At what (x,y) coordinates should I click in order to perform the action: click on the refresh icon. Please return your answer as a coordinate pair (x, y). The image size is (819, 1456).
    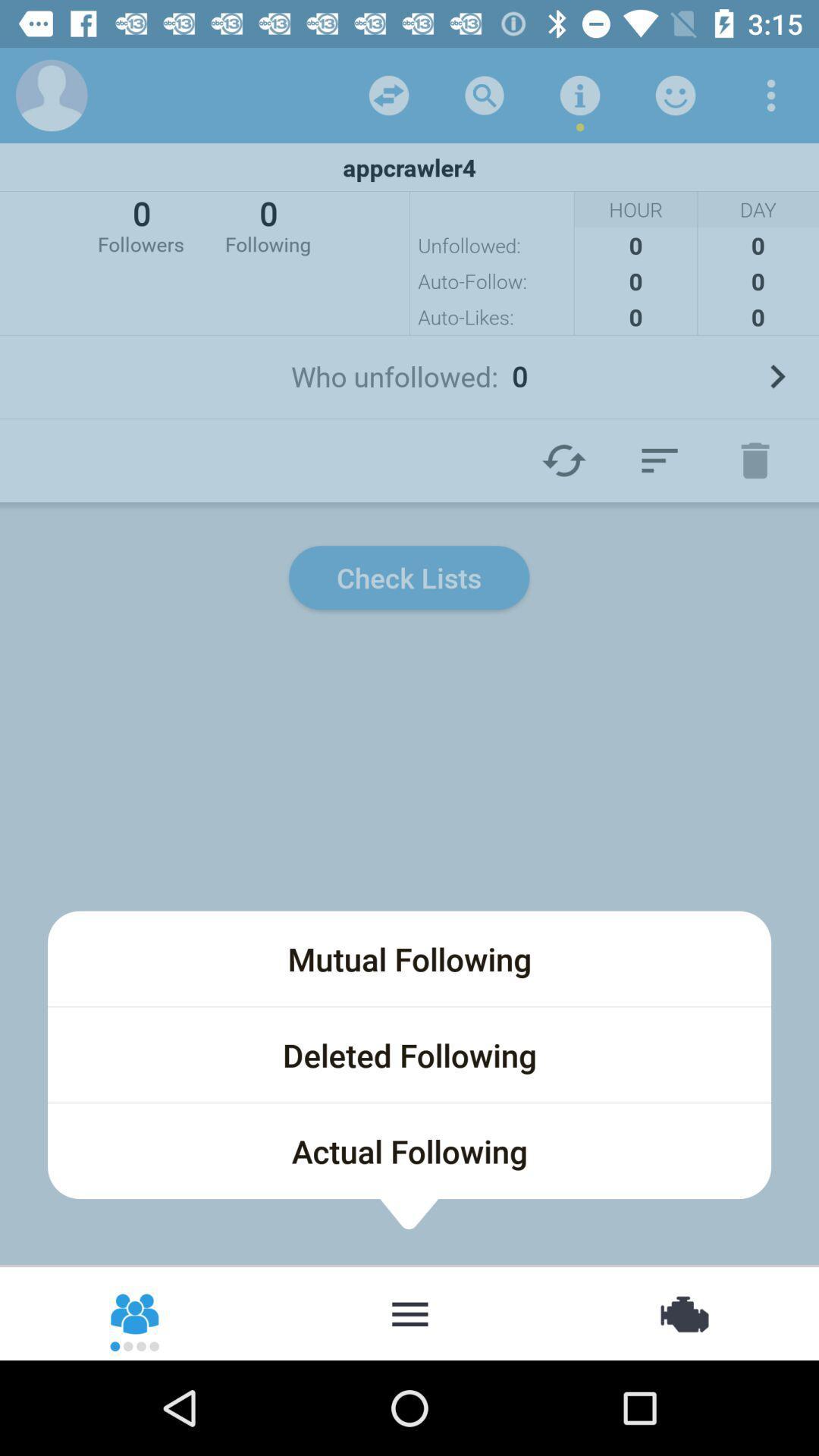
    Looking at the image, I should click on (564, 460).